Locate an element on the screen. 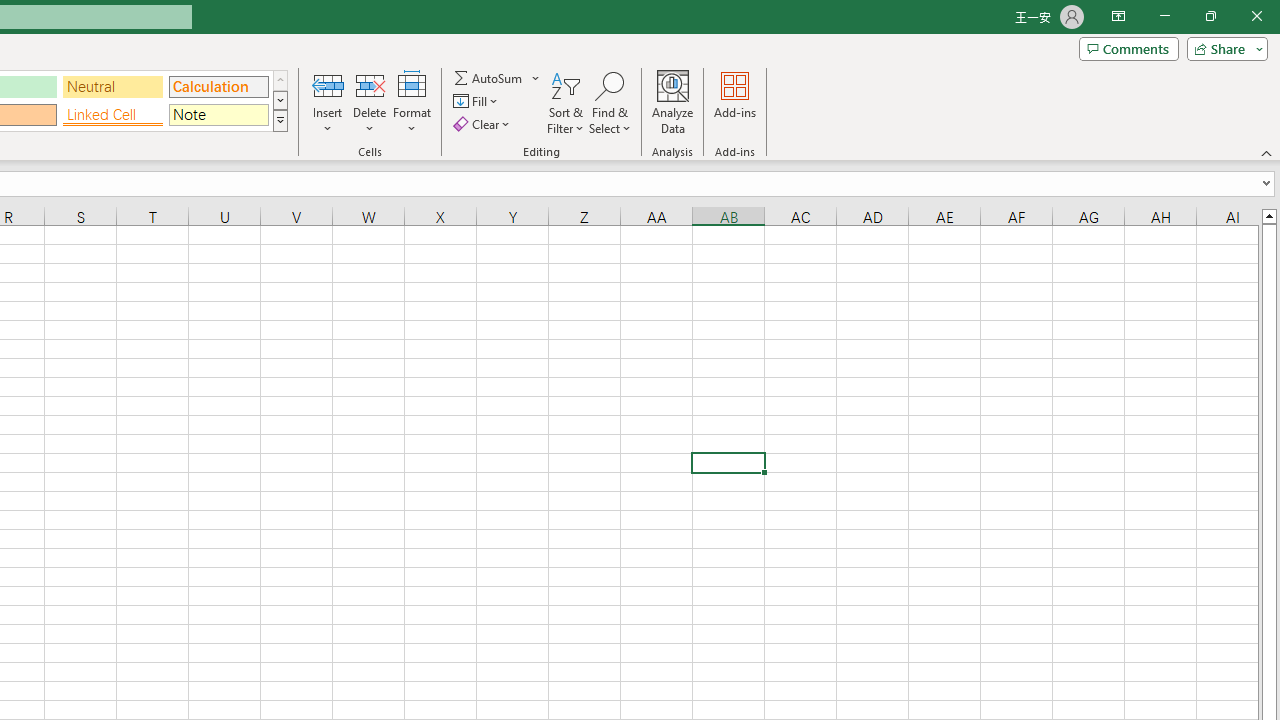 The height and width of the screenshot is (720, 1280). 'AutoSum' is located at coordinates (497, 77).